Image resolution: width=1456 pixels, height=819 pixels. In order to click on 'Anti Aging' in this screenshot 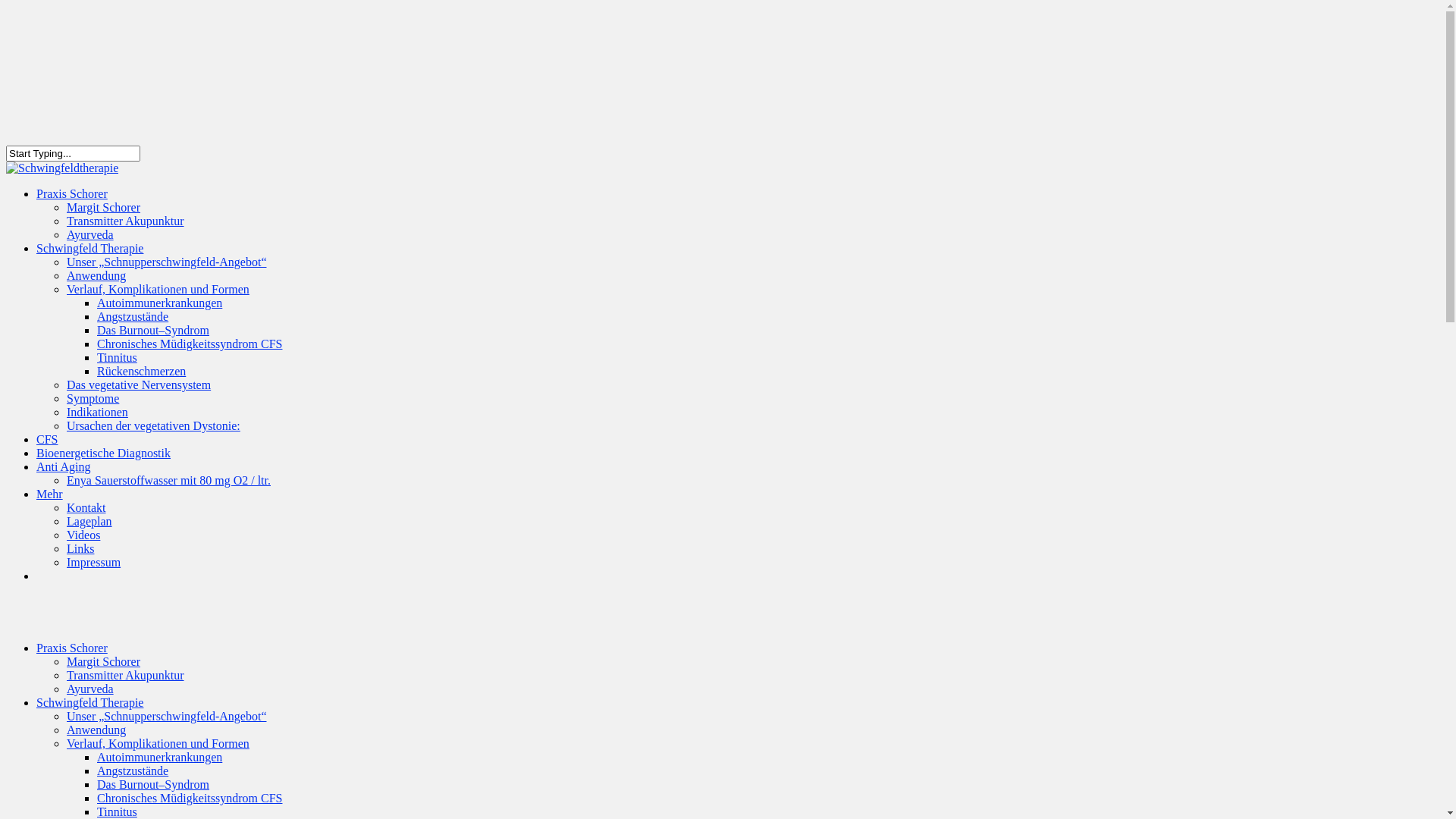, I will do `click(36, 476)`.